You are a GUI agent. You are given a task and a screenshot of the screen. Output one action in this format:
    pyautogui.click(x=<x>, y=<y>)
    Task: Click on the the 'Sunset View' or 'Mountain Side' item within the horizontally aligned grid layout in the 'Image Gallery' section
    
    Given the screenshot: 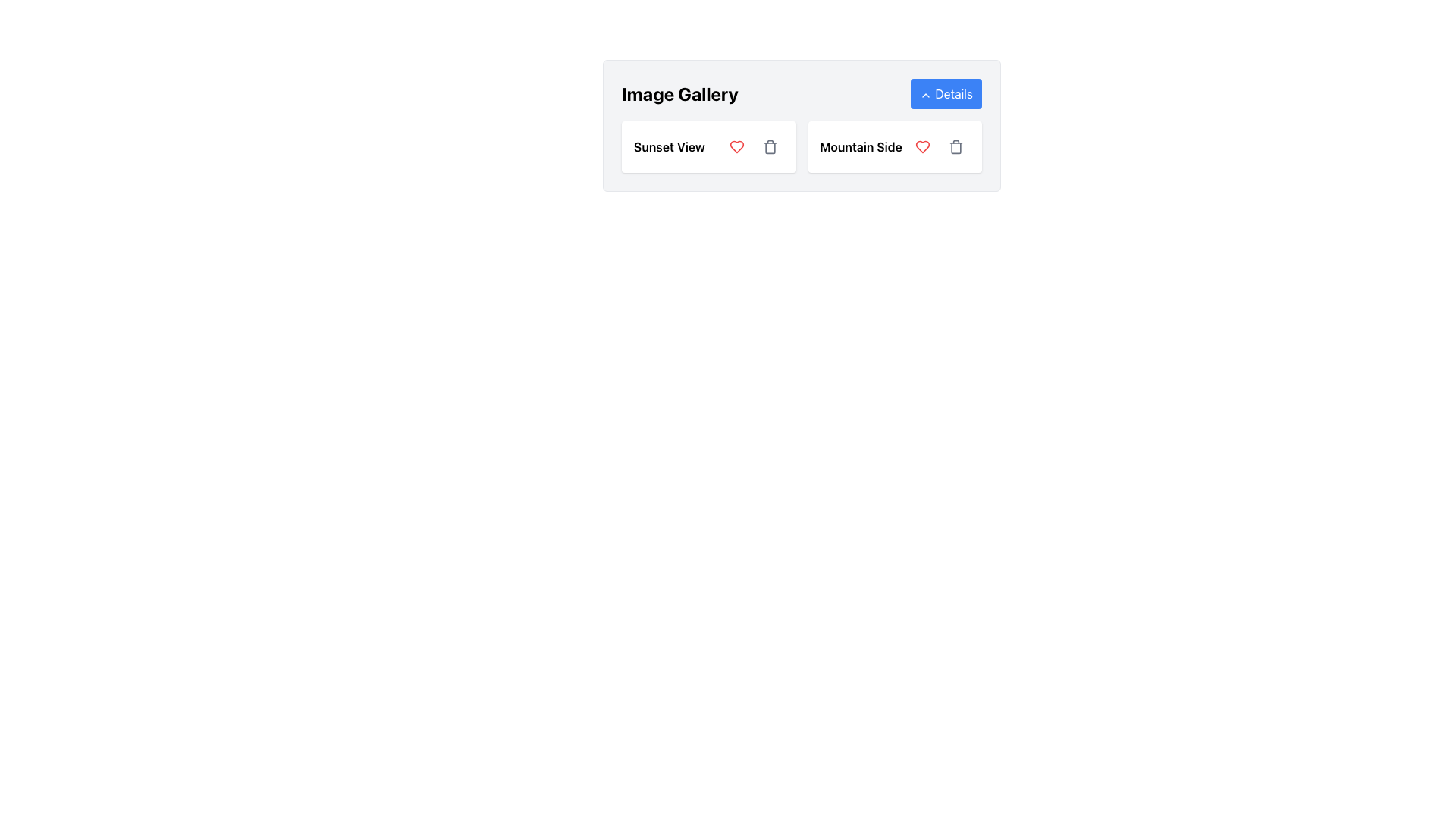 What is the action you would take?
    pyautogui.click(x=801, y=146)
    